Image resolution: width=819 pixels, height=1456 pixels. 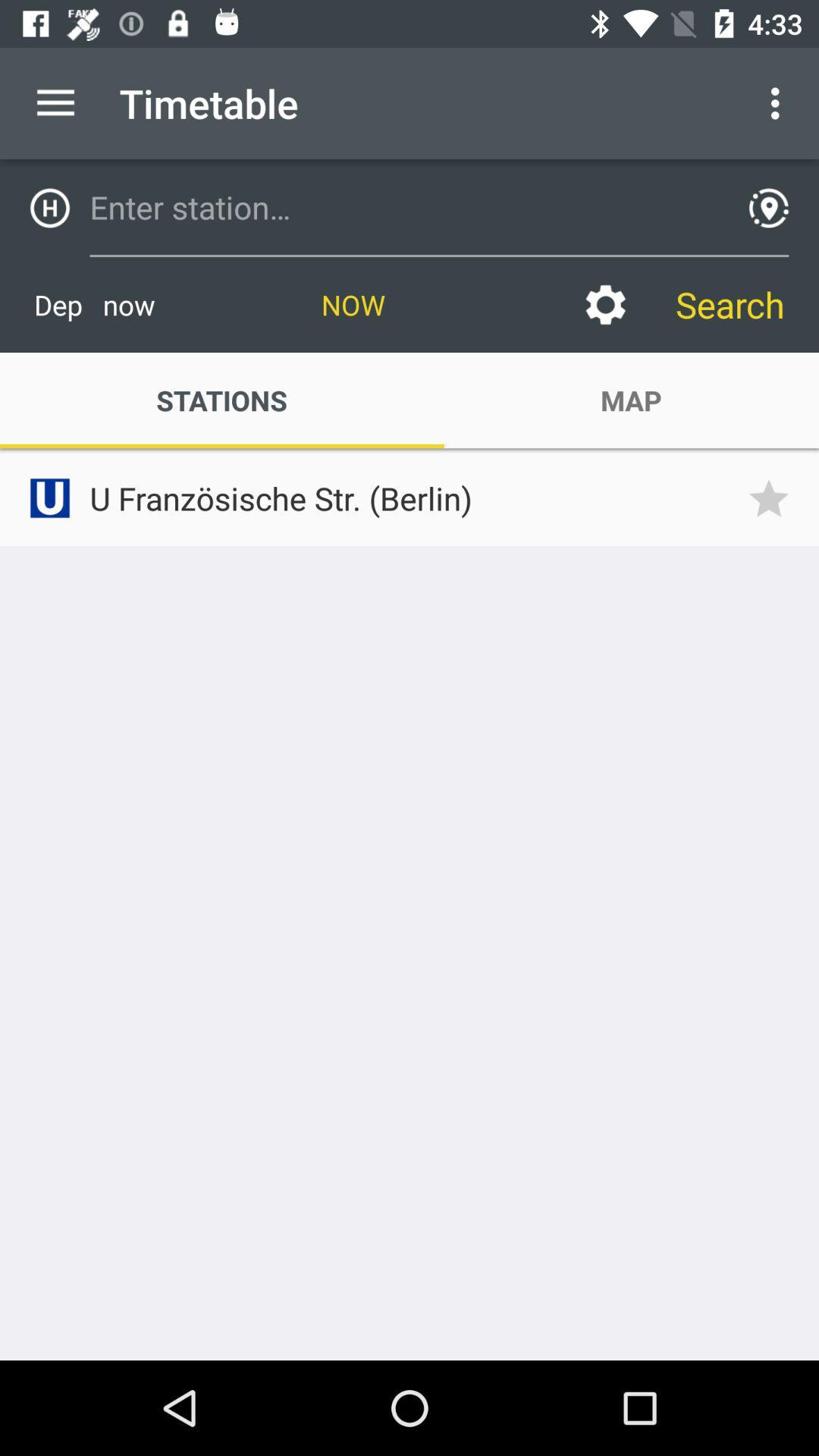 What do you see at coordinates (55, 102) in the screenshot?
I see `the icon to the left of the timetable icon` at bounding box center [55, 102].